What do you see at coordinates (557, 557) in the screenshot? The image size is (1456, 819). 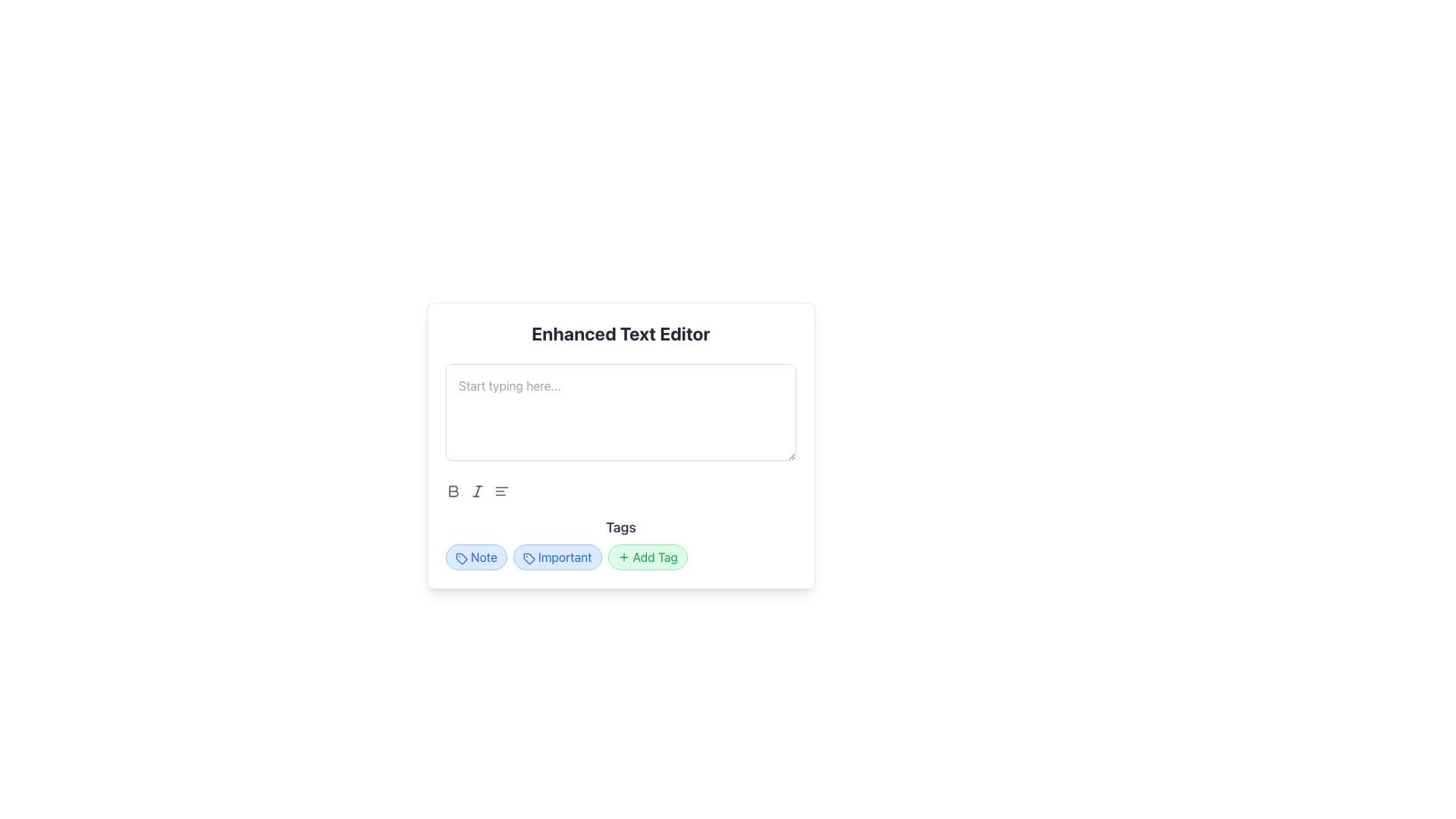 I see `the label tagged 'Important' which is the second pill-shaped tag in the 'Tags' section, located between the 'Note' tag and the 'Add Tag' button` at bounding box center [557, 557].